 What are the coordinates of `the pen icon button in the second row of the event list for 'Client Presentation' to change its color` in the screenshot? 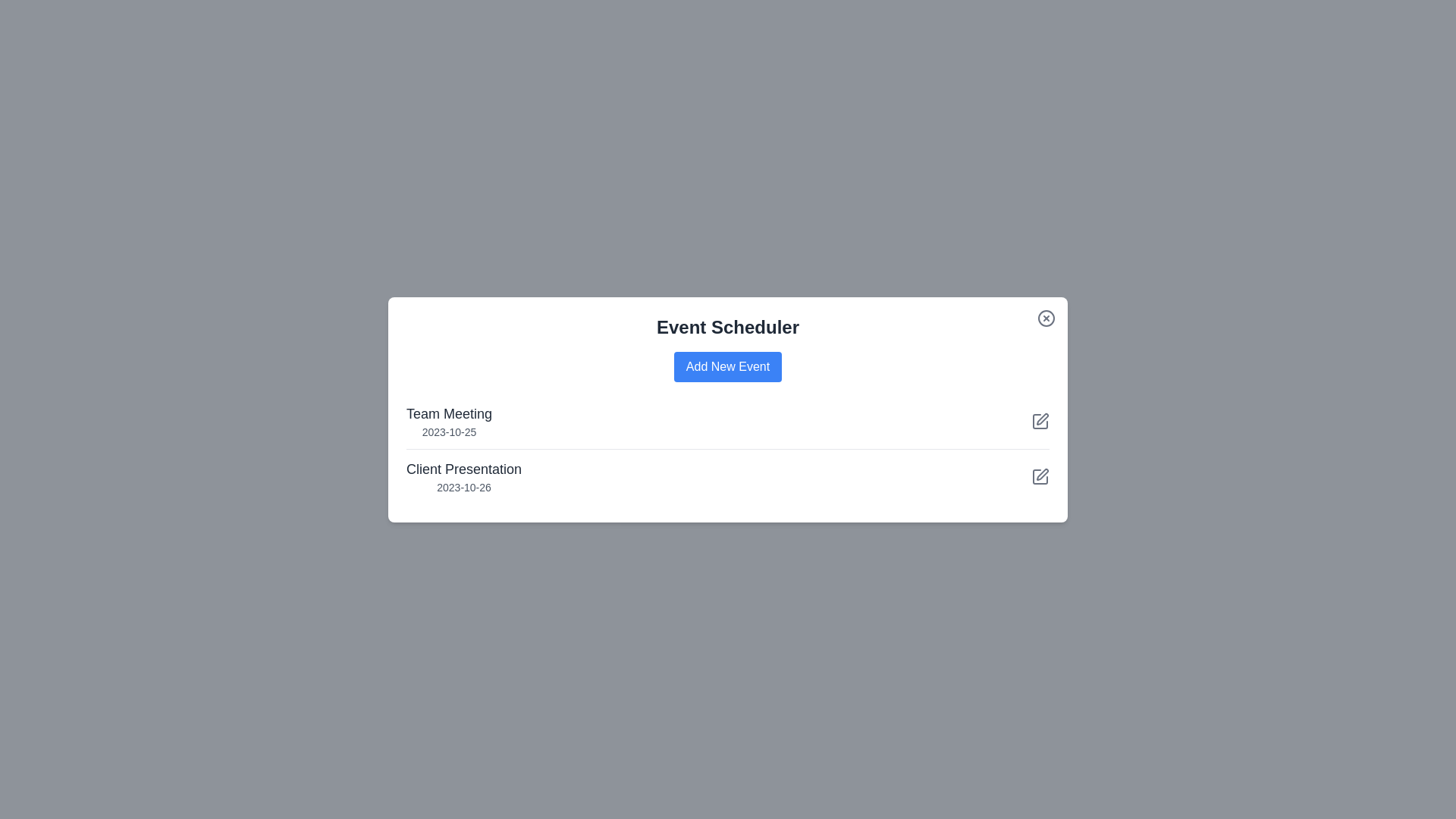 It's located at (1040, 421).